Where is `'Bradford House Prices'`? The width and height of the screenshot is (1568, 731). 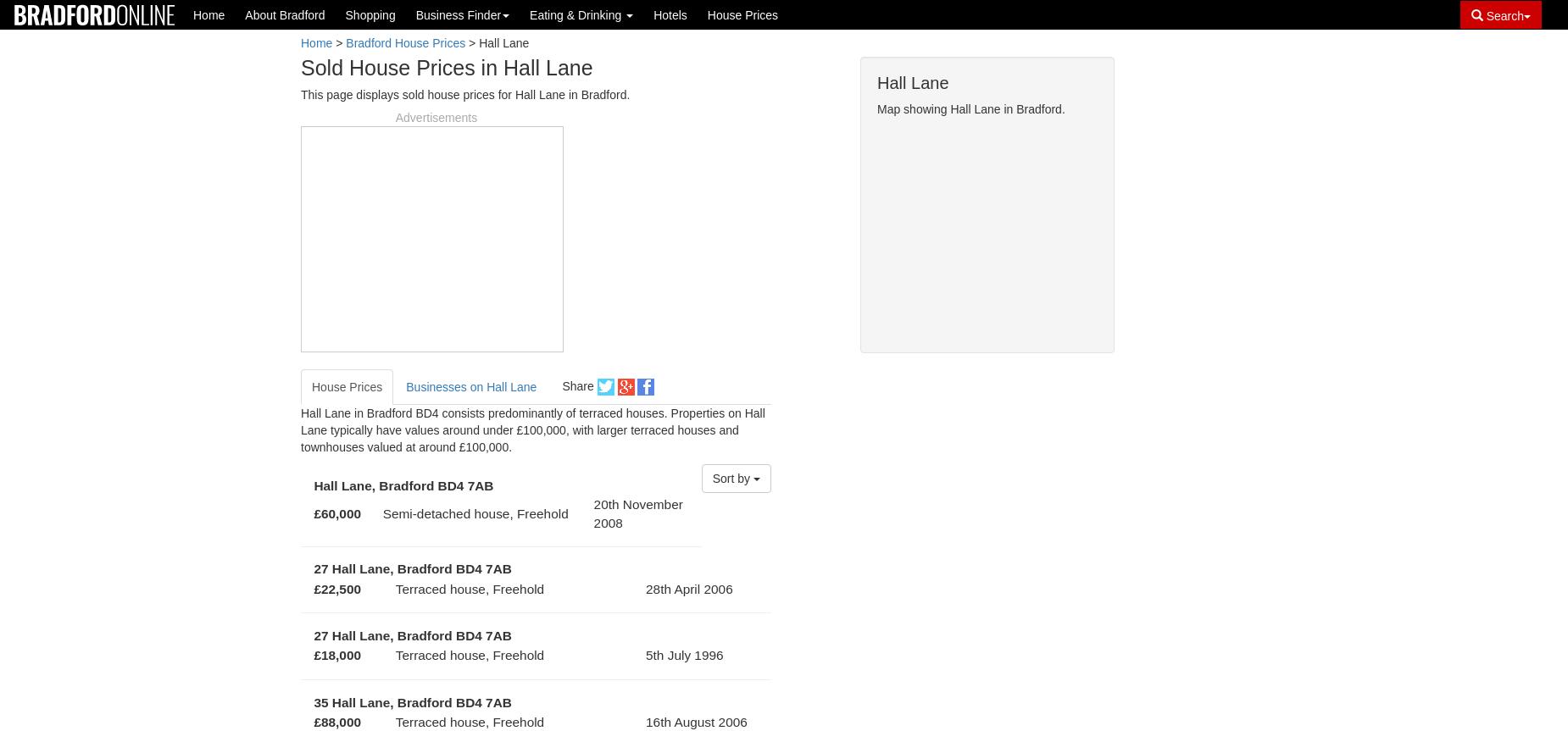
'Bradford House Prices' is located at coordinates (405, 43).